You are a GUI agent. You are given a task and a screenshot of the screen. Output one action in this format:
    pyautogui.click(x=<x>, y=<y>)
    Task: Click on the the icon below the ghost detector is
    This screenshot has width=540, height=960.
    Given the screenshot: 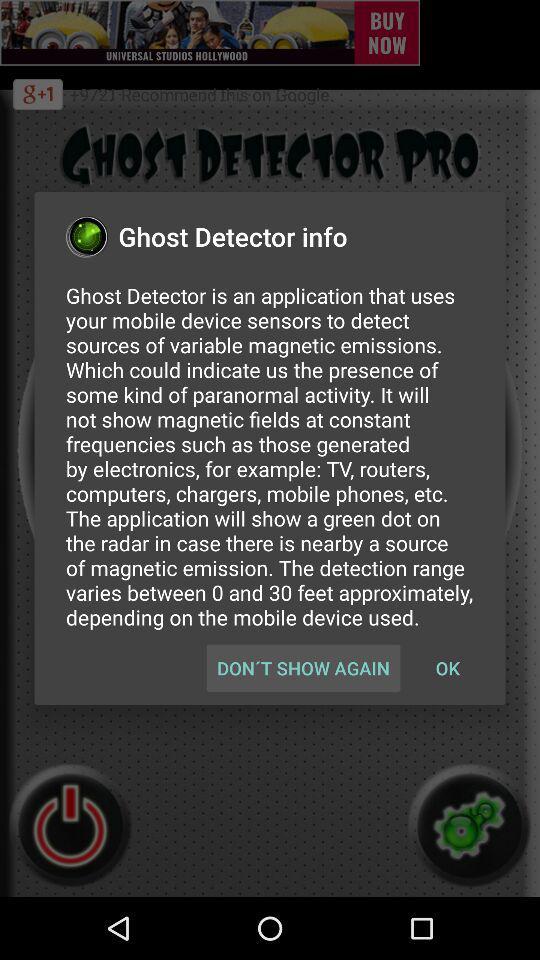 What is the action you would take?
    pyautogui.click(x=302, y=668)
    